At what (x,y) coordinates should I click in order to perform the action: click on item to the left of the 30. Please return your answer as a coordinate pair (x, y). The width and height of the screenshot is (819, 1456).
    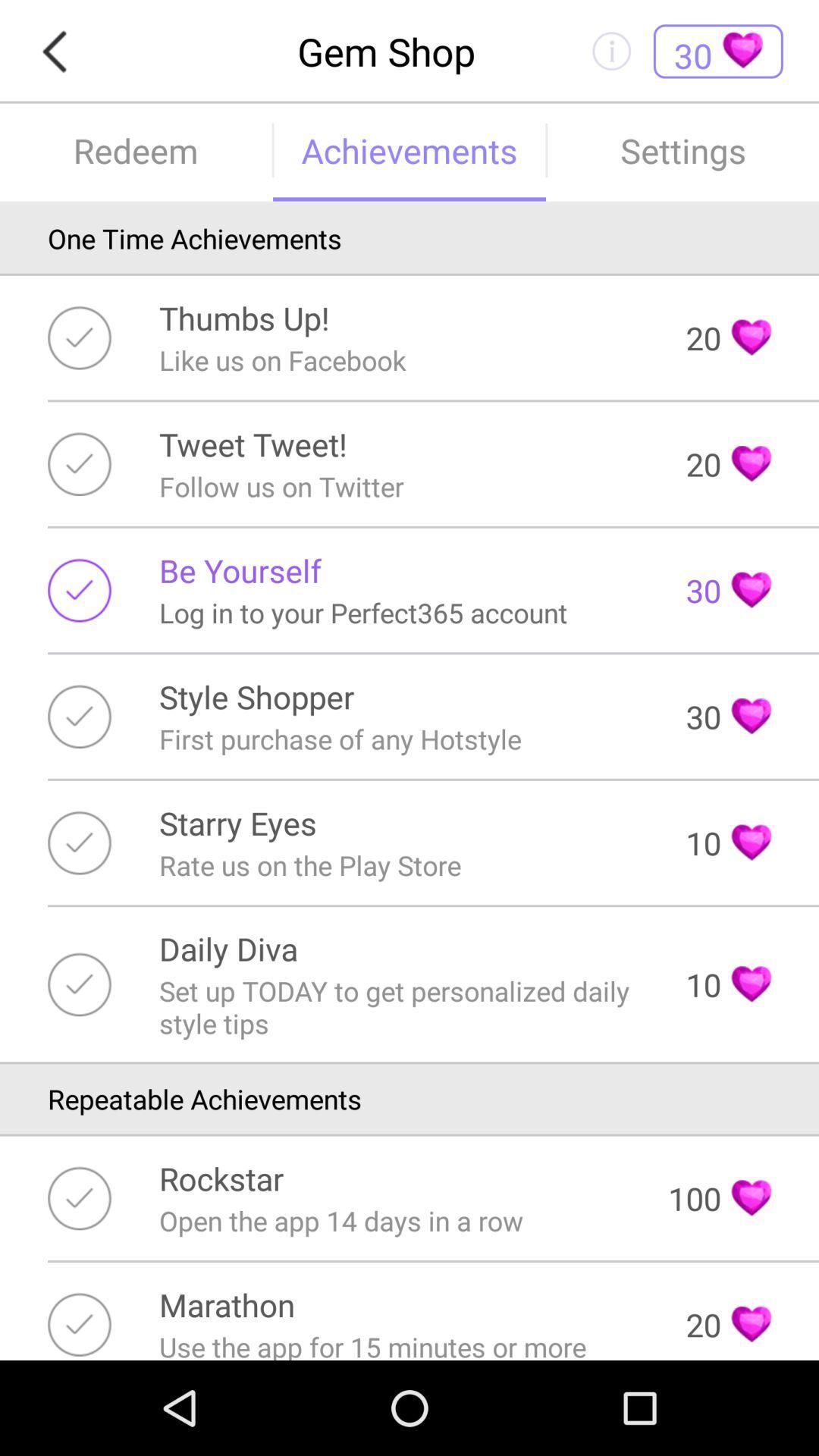
    Looking at the image, I should click on (239, 570).